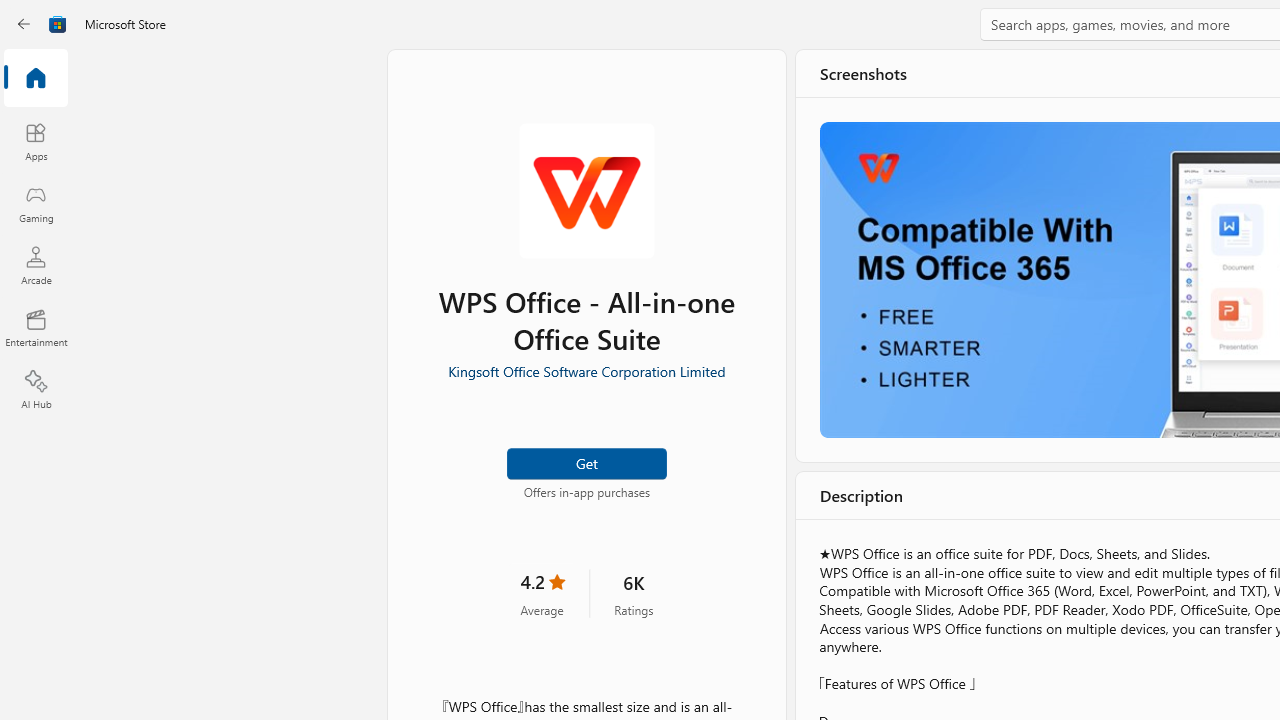 The height and width of the screenshot is (720, 1280). I want to click on 'Back', so click(24, 24).